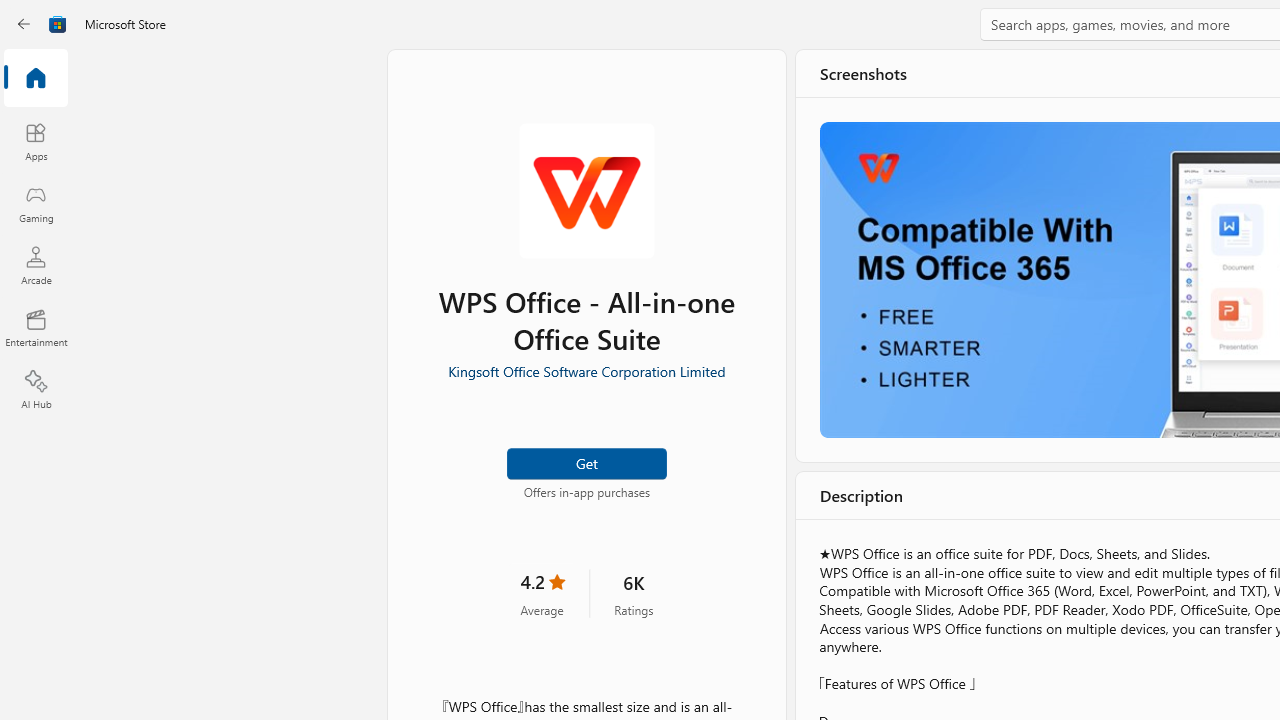 The height and width of the screenshot is (720, 1280). I want to click on 'Back', so click(24, 24).